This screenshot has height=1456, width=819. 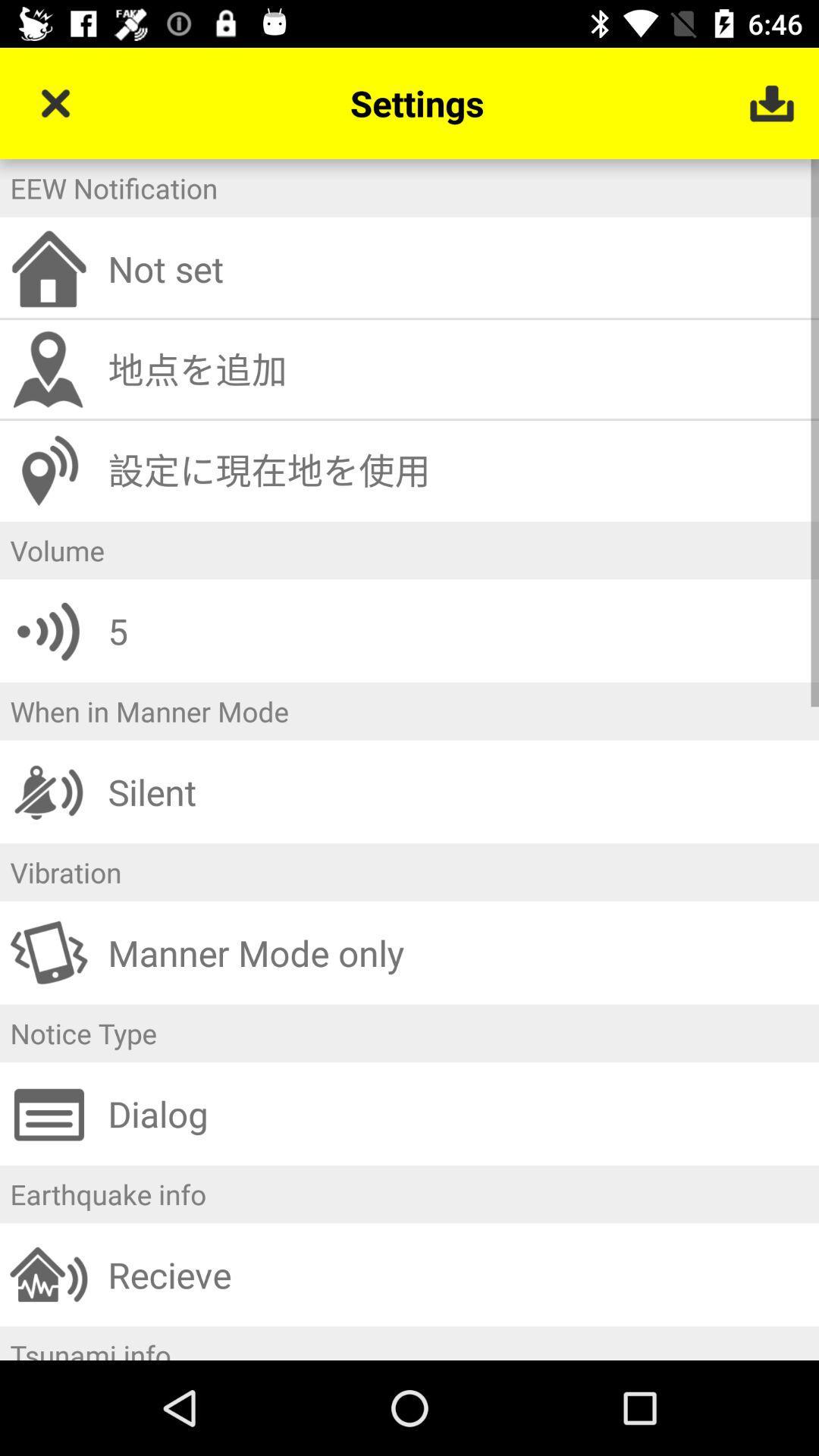 What do you see at coordinates (55, 102) in the screenshot?
I see `item above the eew notification` at bounding box center [55, 102].